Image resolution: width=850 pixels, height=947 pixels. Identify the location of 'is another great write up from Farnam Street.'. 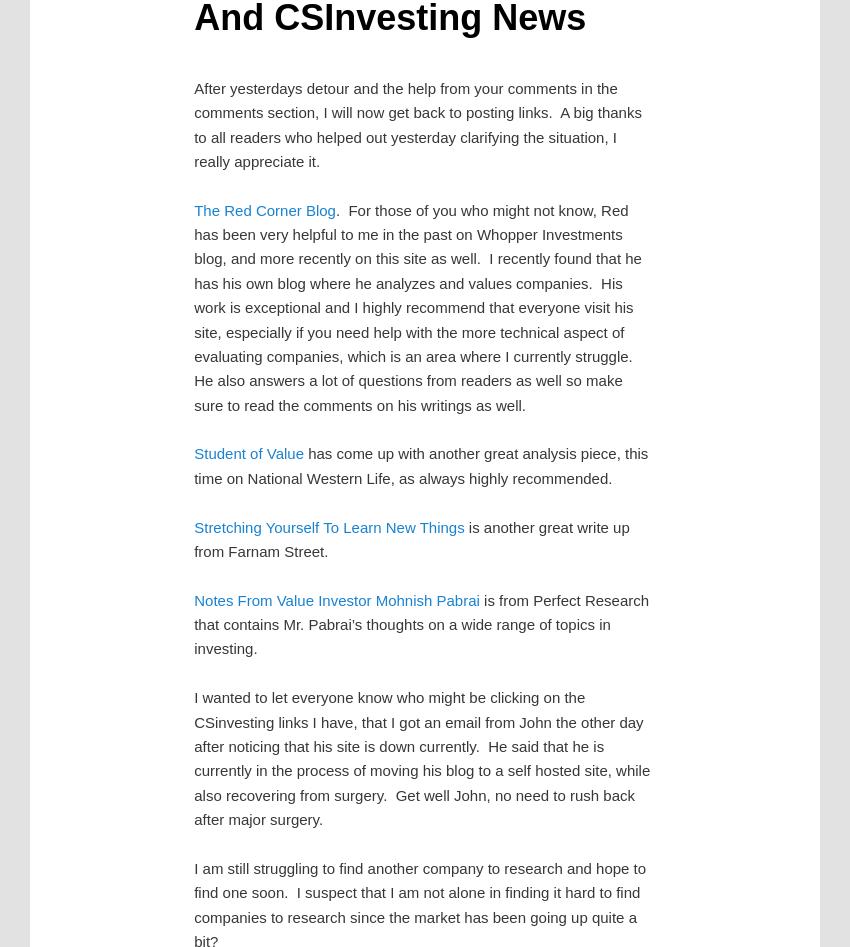
(411, 537).